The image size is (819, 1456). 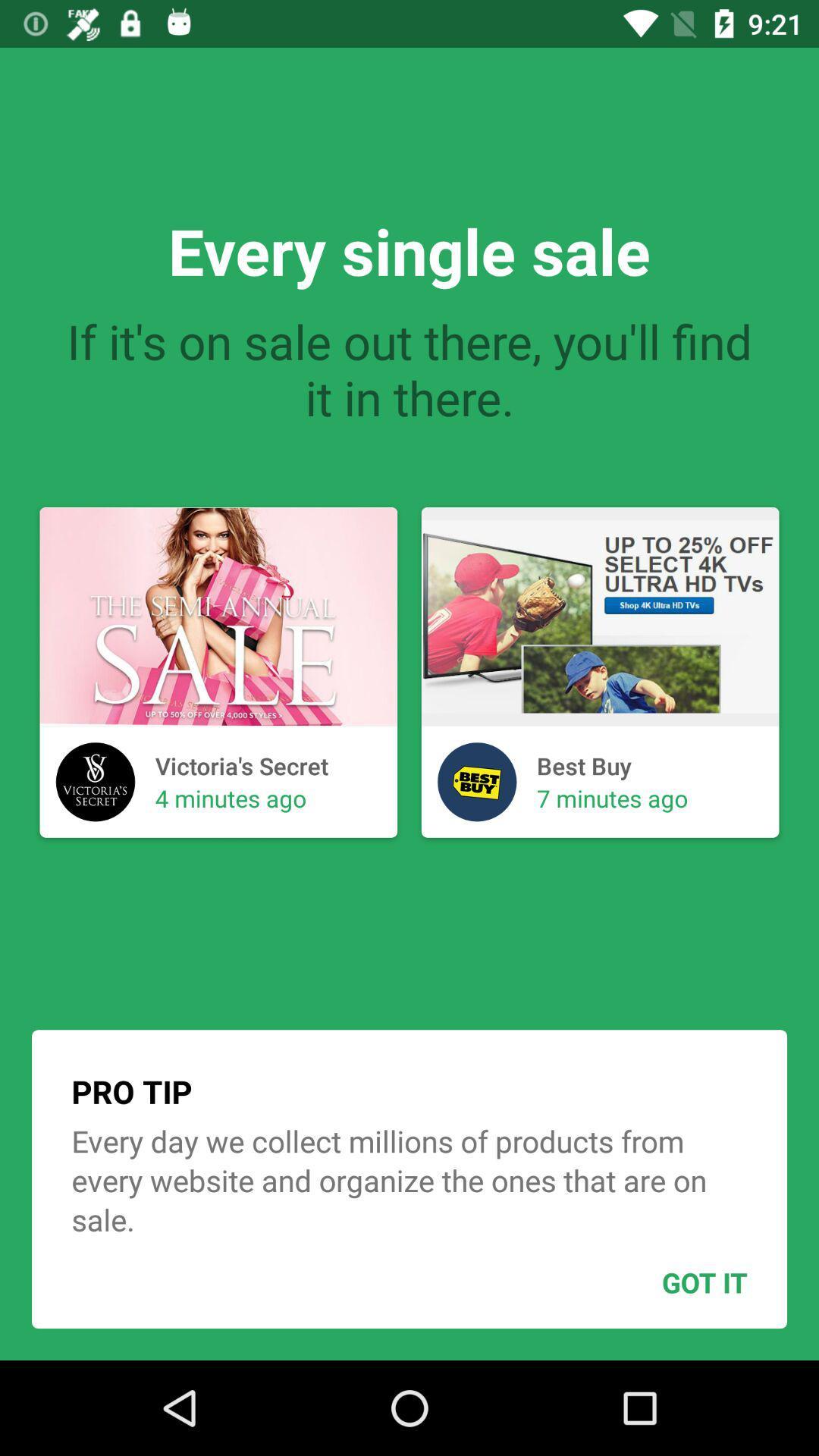 I want to click on the first image, so click(x=218, y=672).